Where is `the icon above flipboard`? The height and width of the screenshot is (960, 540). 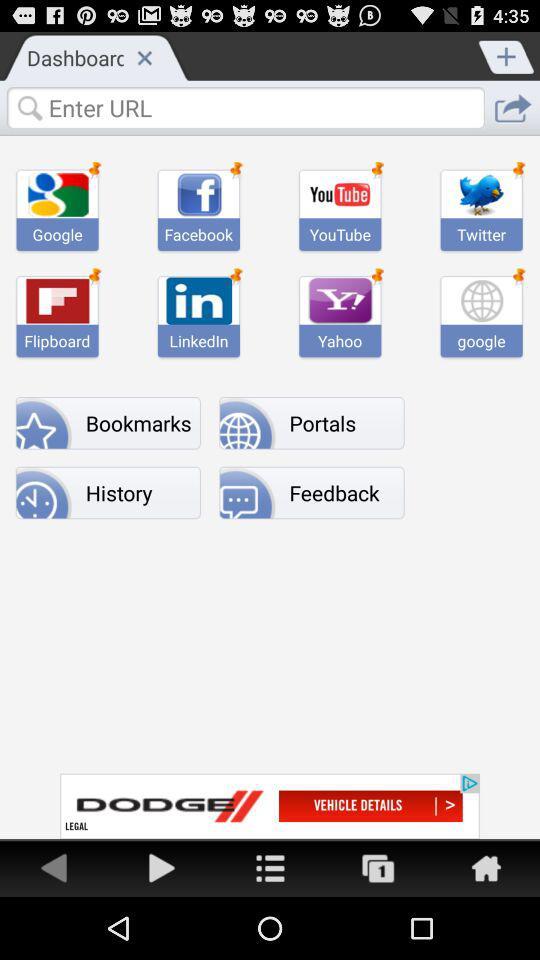
the icon above flipboard is located at coordinates (57, 299).